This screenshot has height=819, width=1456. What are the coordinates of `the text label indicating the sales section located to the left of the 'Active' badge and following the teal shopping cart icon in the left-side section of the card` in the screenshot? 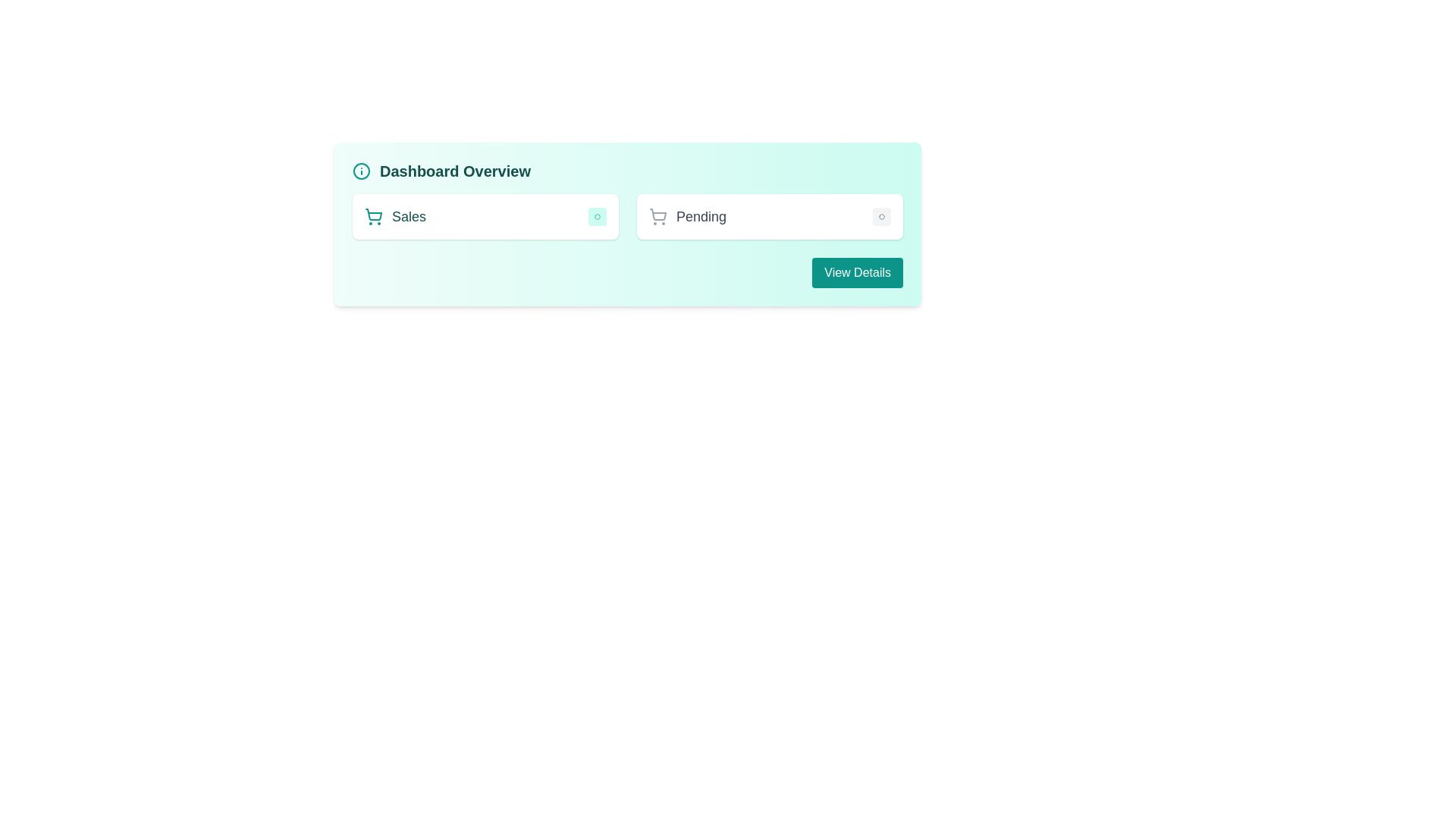 It's located at (395, 216).